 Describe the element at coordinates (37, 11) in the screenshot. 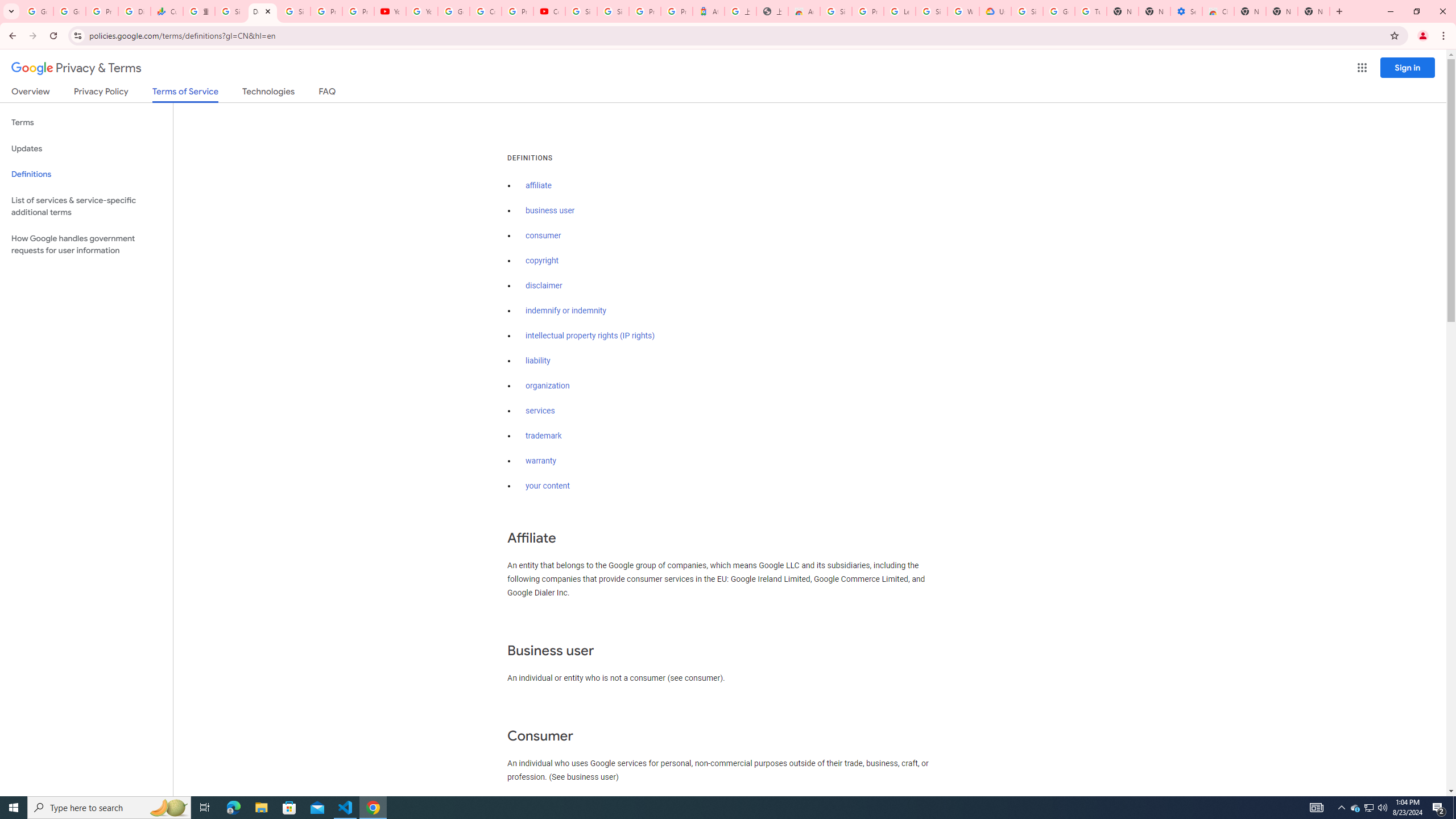

I see `'Google Workspace Admin Community'` at that location.